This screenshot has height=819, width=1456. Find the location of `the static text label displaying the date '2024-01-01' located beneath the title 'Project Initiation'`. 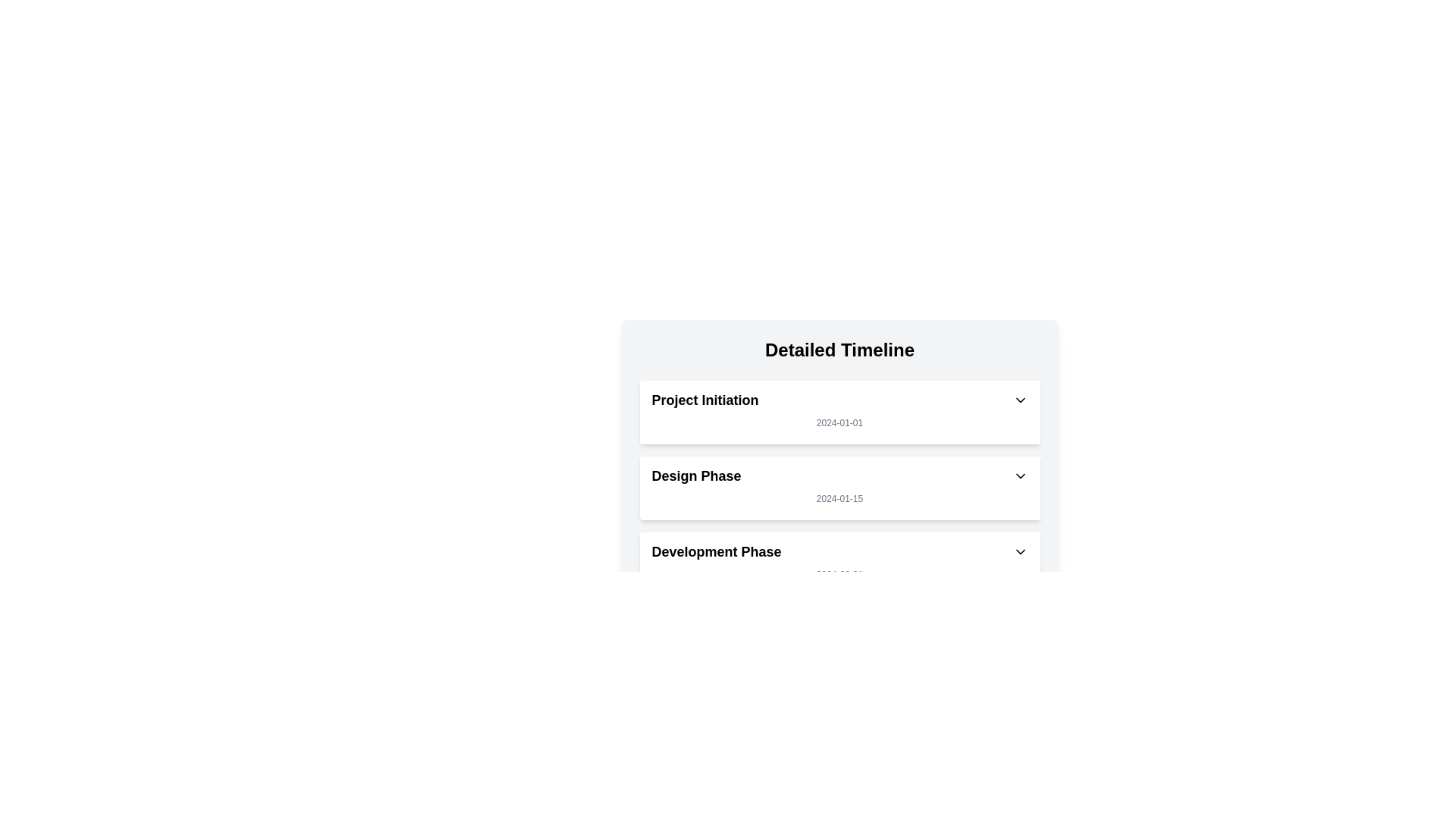

the static text label displaying the date '2024-01-01' located beneath the title 'Project Initiation' is located at coordinates (839, 423).